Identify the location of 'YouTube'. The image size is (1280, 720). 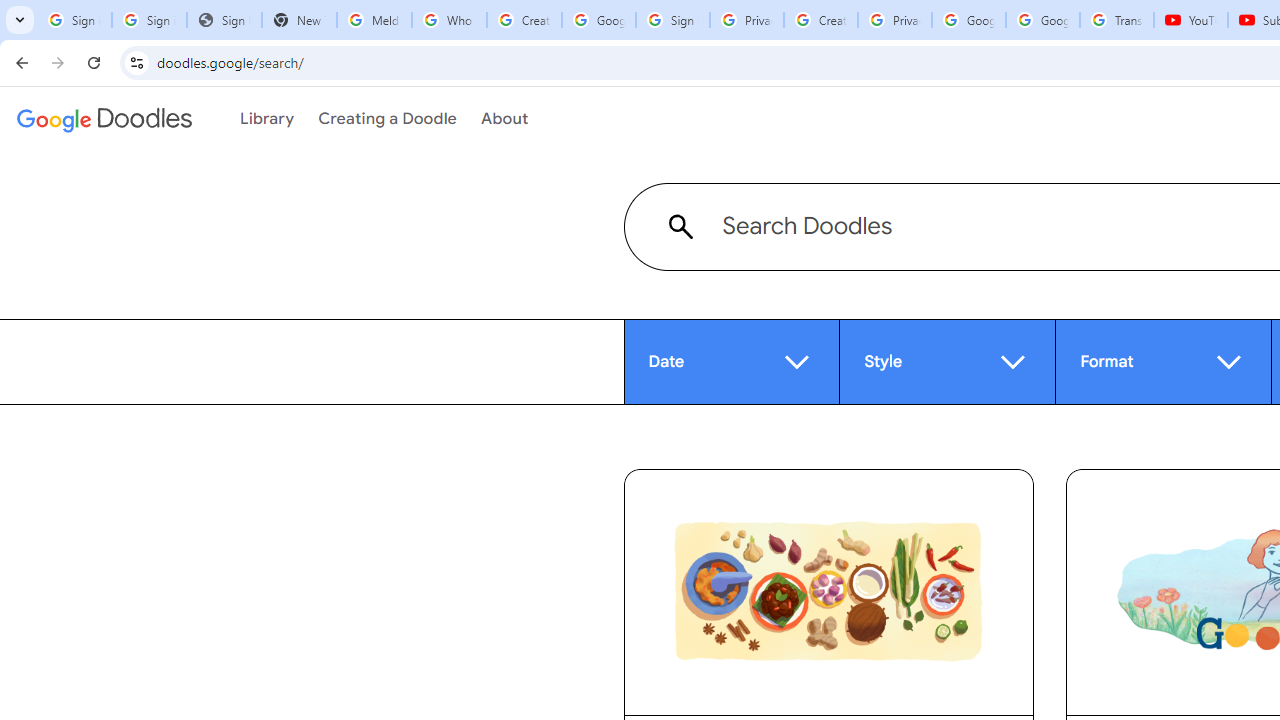
(1191, 20).